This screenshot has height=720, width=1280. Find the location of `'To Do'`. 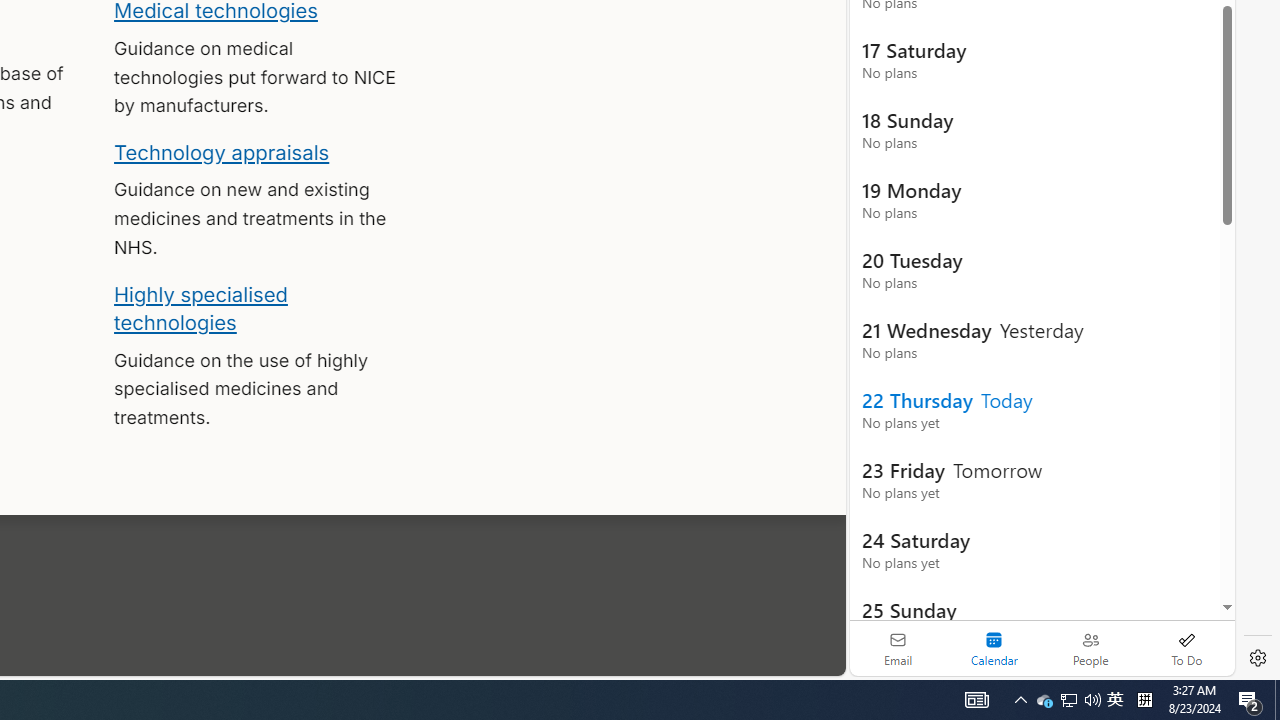

'To Do' is located at coordinates (1186, 648).